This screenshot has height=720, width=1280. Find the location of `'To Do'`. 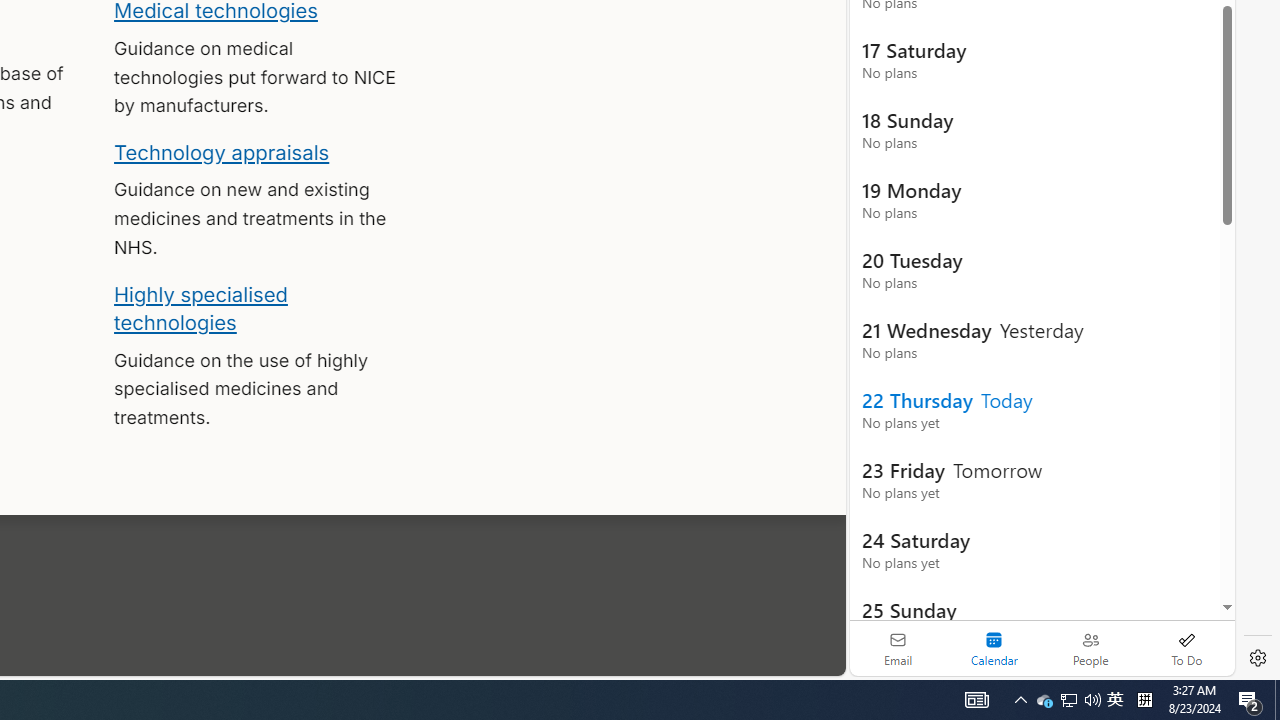

'To Do' is located at coordinates (1186, 648).